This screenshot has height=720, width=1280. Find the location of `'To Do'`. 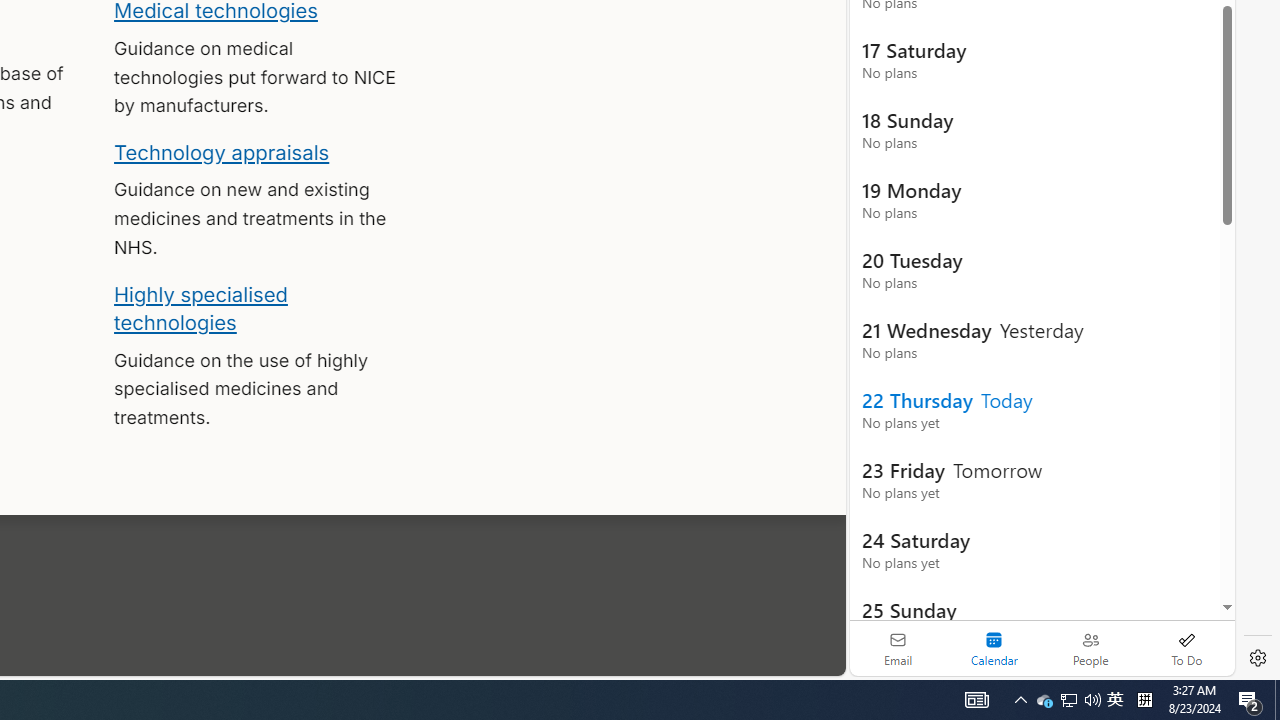

'To Do' is located at coordinates (1186, 648).